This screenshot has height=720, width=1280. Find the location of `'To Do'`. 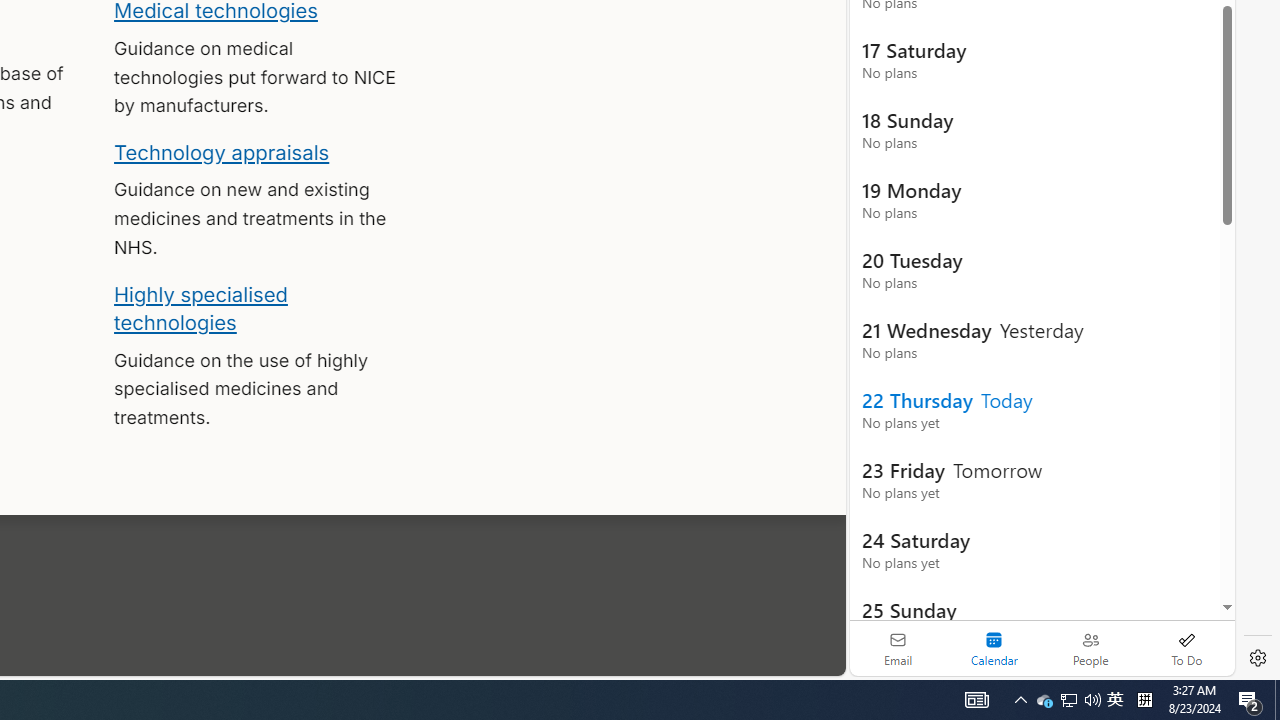

'To Do' is located at coordinates (1186, 648).